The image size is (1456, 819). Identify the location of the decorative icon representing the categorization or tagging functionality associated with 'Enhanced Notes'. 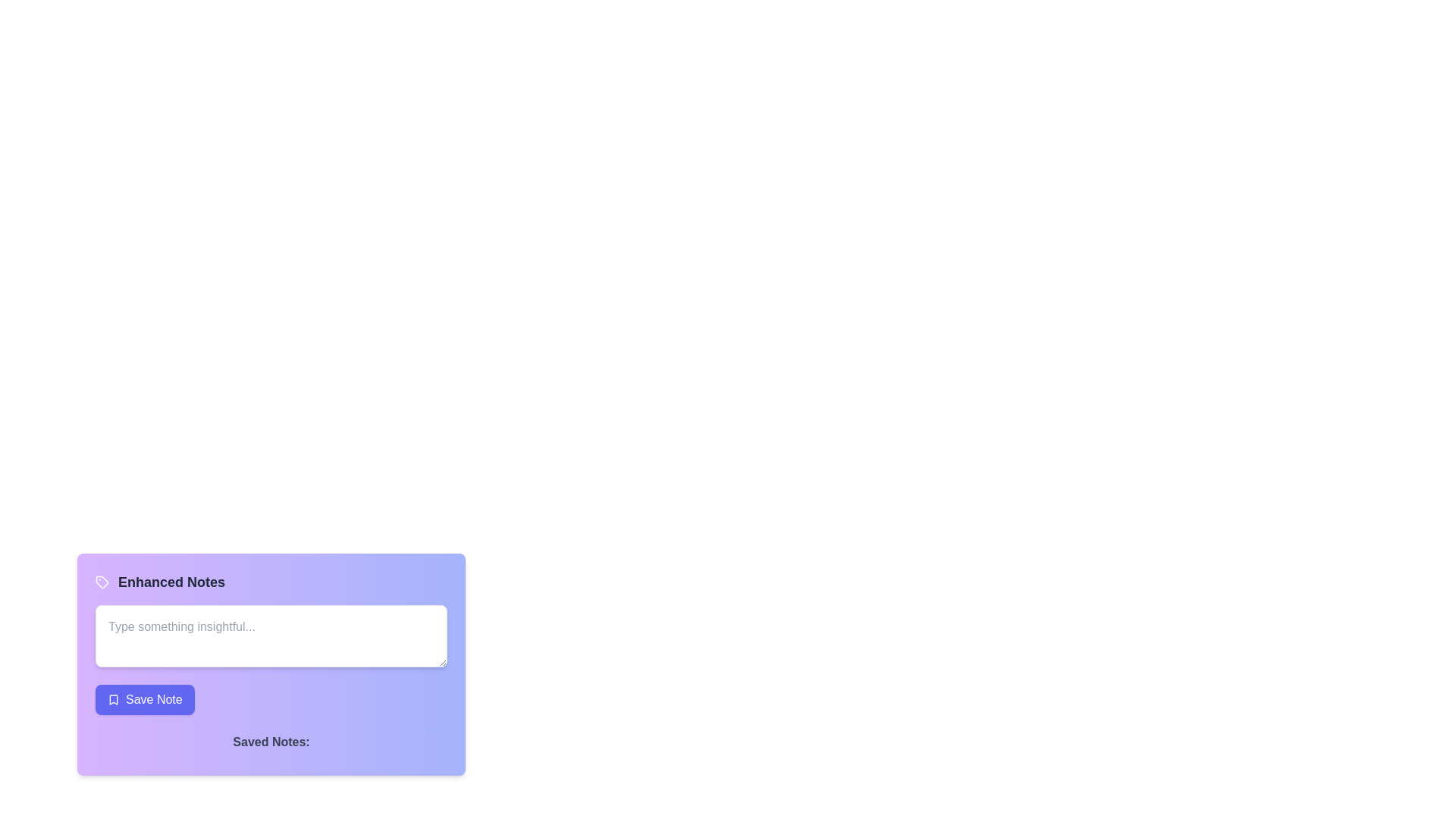
(101, 581).